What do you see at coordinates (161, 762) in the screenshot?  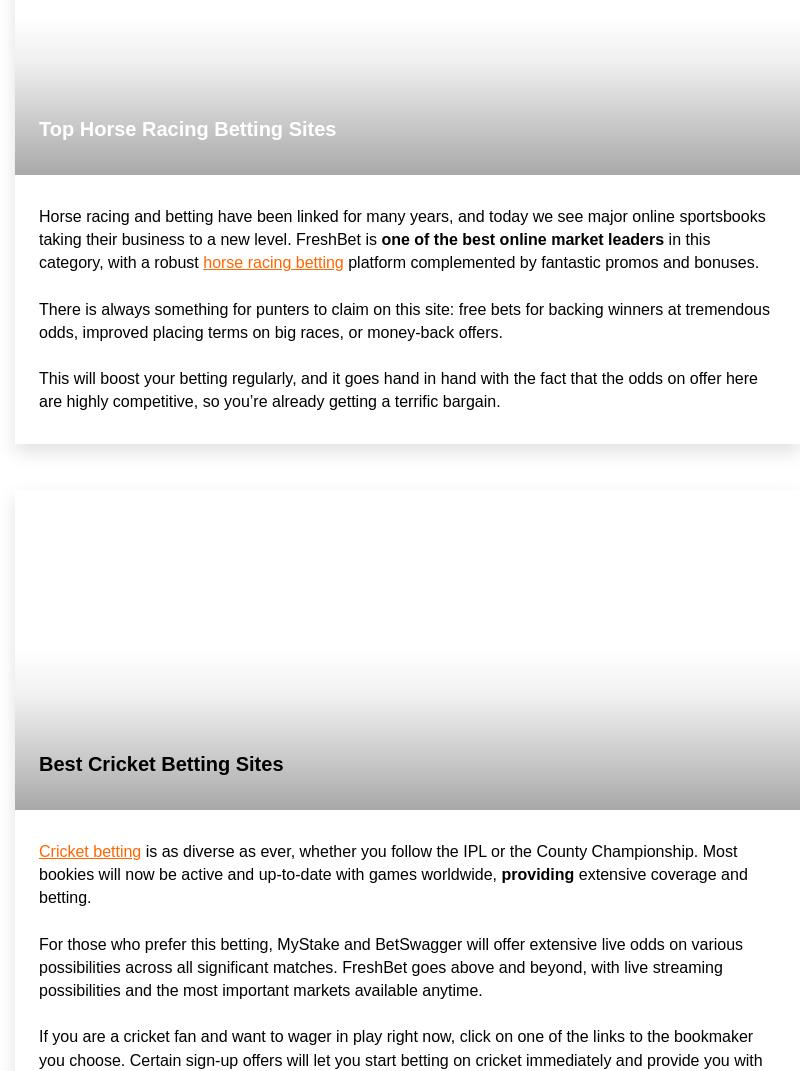 I see `'Best Cricket Betting Sites'` at bounding box center [161, 762].